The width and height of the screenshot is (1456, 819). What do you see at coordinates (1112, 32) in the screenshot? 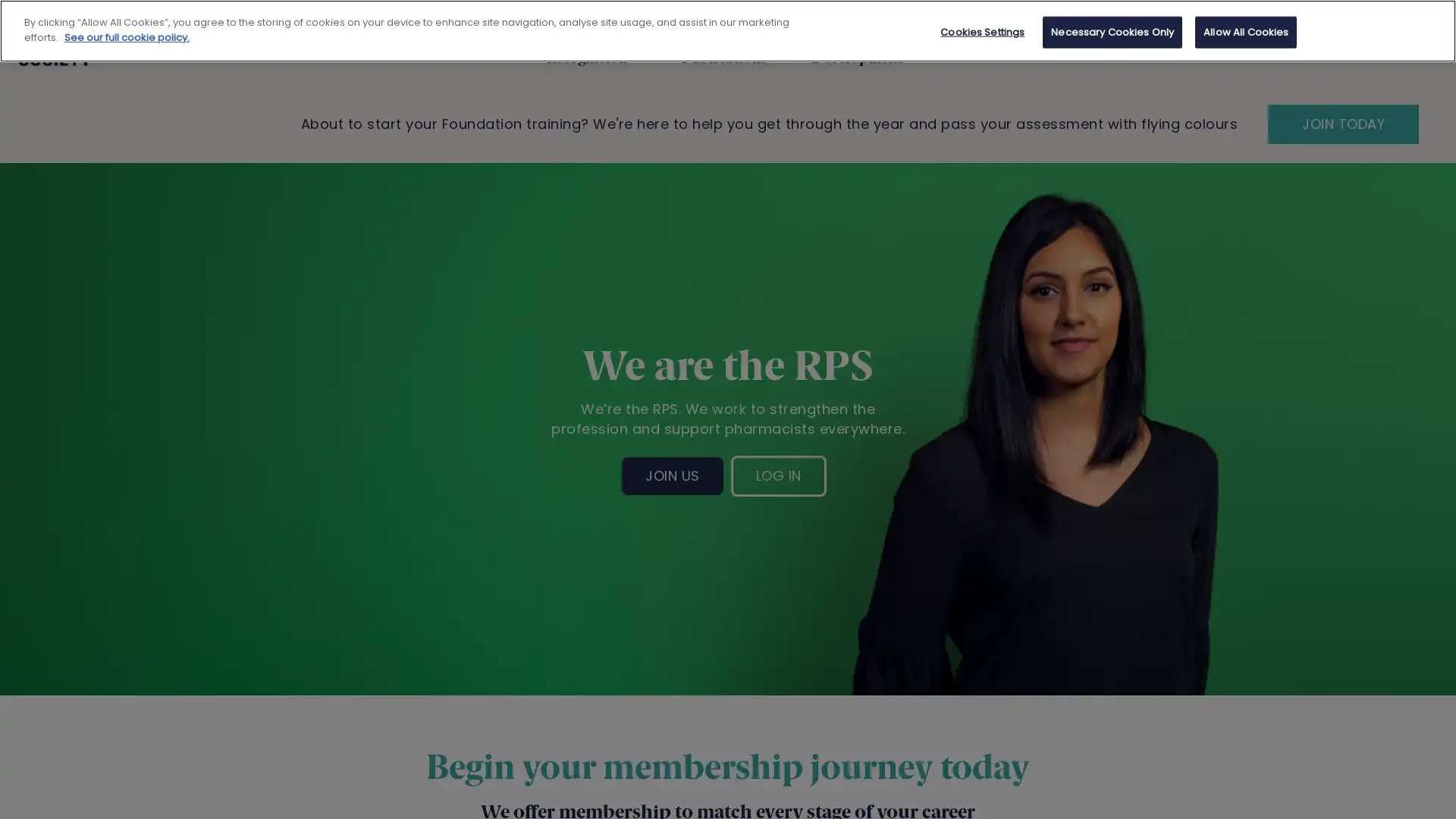
I see `Necessary Cookies Only` at bounding box center [1112, 32].